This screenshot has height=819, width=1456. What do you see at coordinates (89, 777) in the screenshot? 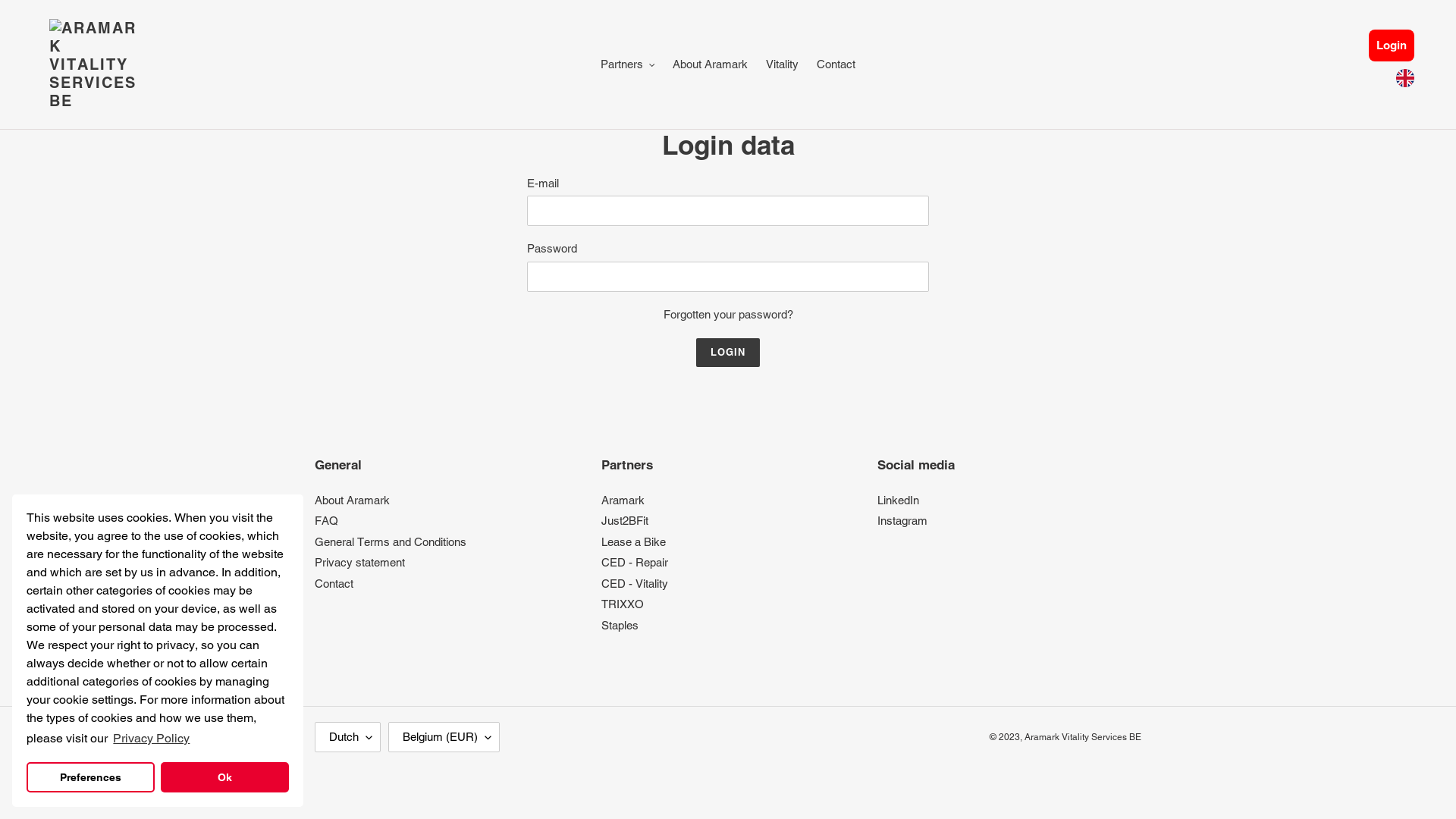
I see `'Preferences'` at bounding box center [89, 777].